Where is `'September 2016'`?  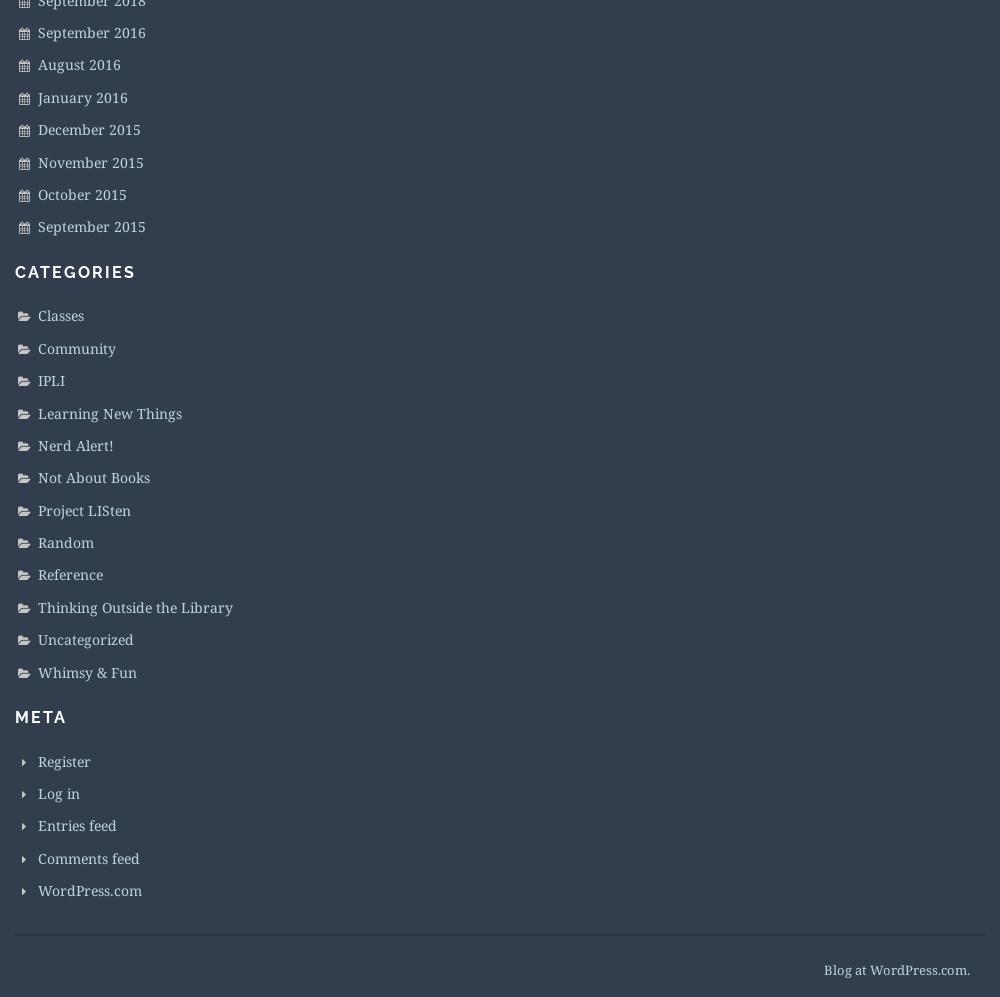
'September 2016' is located at coordinates (91, 32).